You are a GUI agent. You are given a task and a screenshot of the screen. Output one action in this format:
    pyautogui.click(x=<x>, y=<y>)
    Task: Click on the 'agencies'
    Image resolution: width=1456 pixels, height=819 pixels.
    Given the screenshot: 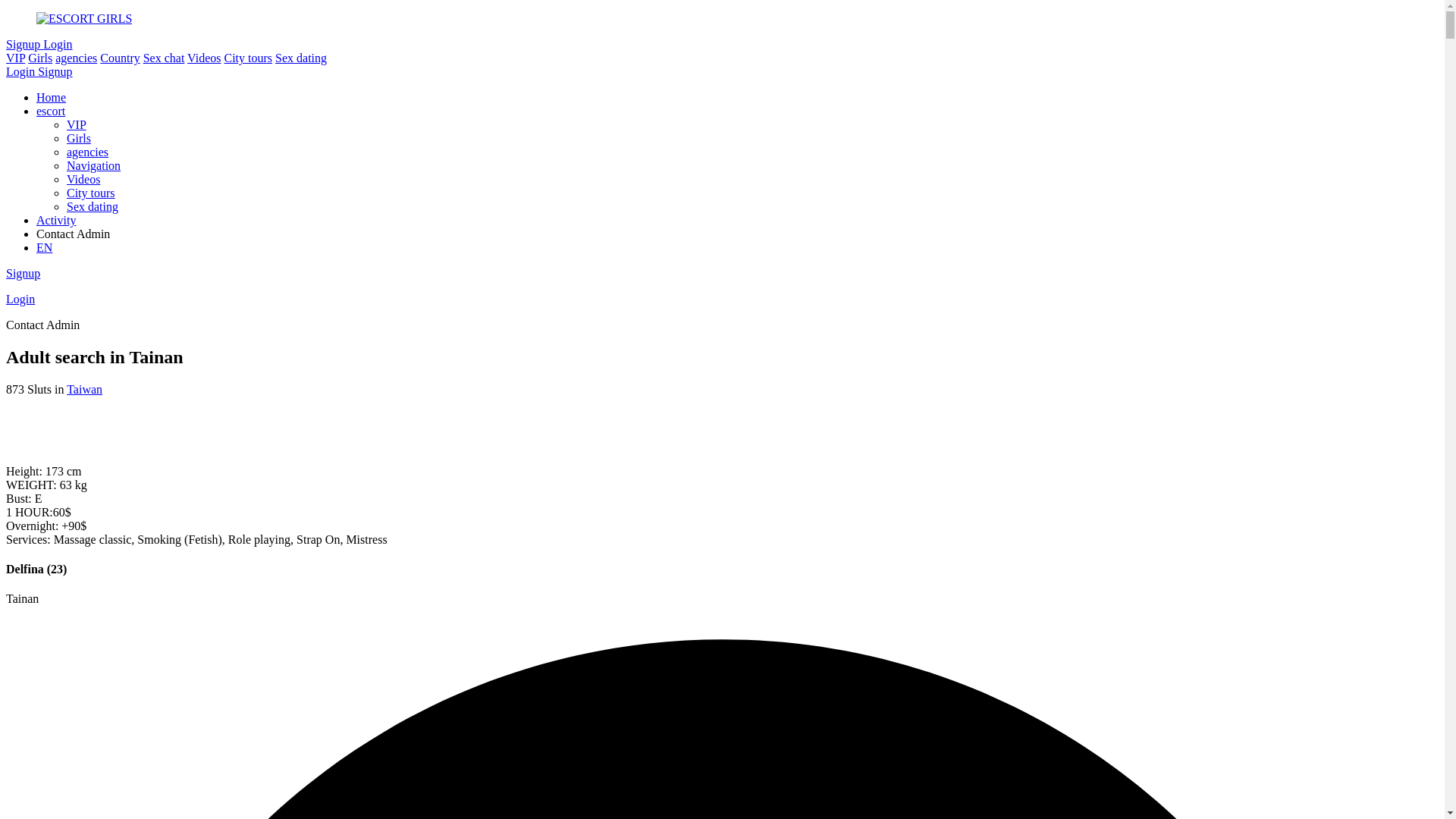 What is the action you would take?
    pyautogui.click(x=86, y=152)
    